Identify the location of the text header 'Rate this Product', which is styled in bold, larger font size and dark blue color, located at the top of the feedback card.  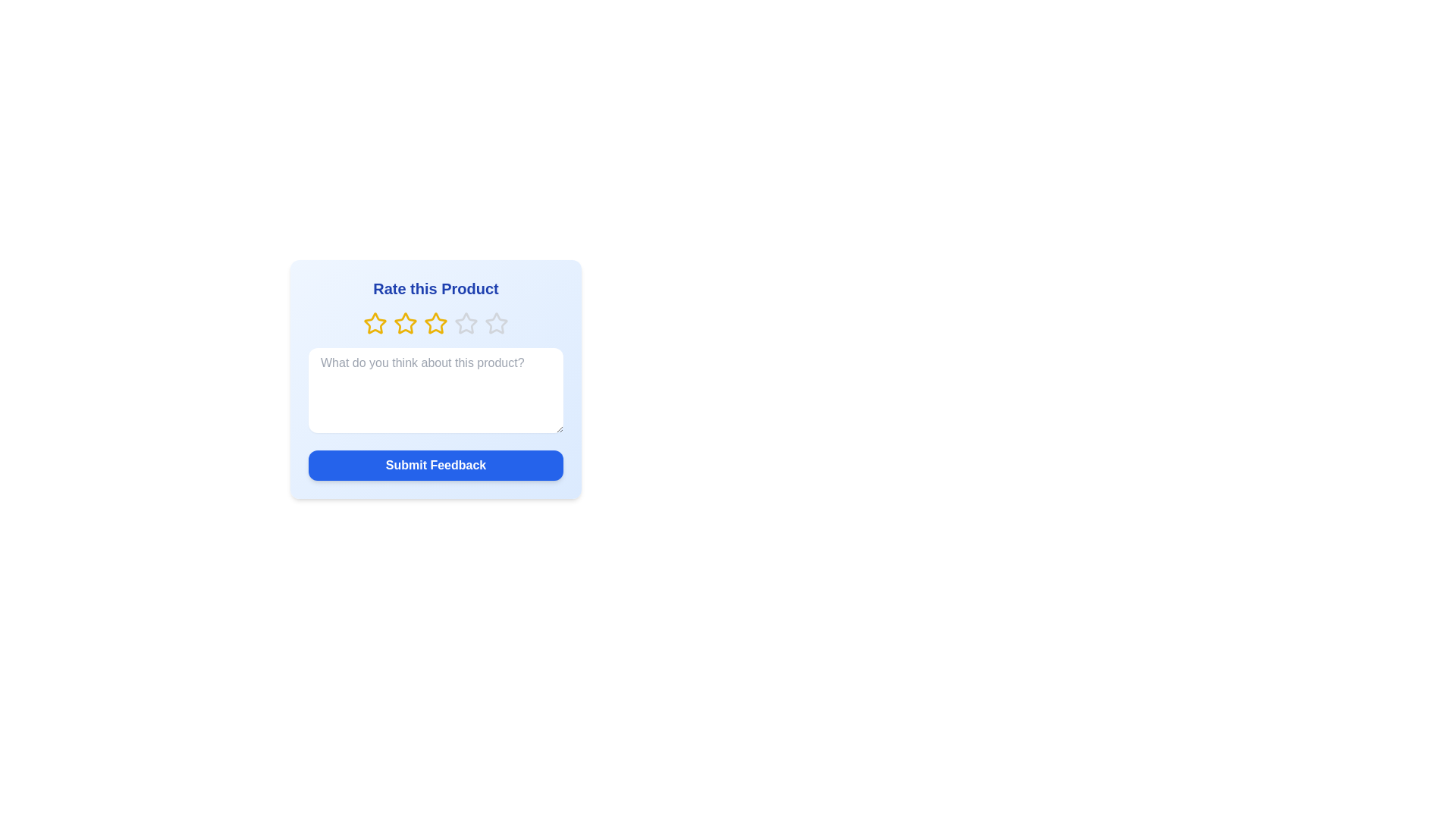
(435, 289).